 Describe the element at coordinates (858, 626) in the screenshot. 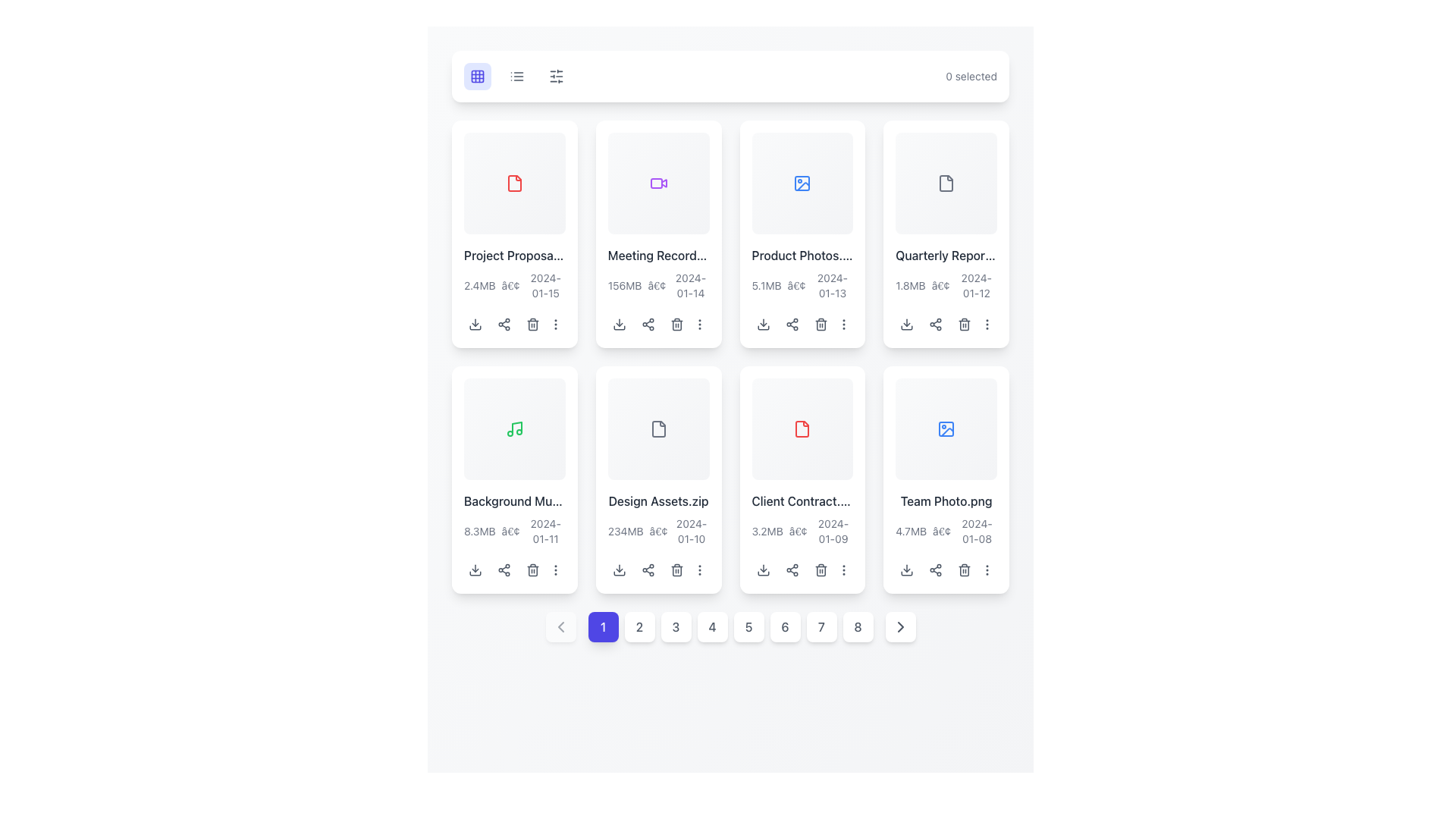

I see `the pagination button displaying the number '8'` at that location.